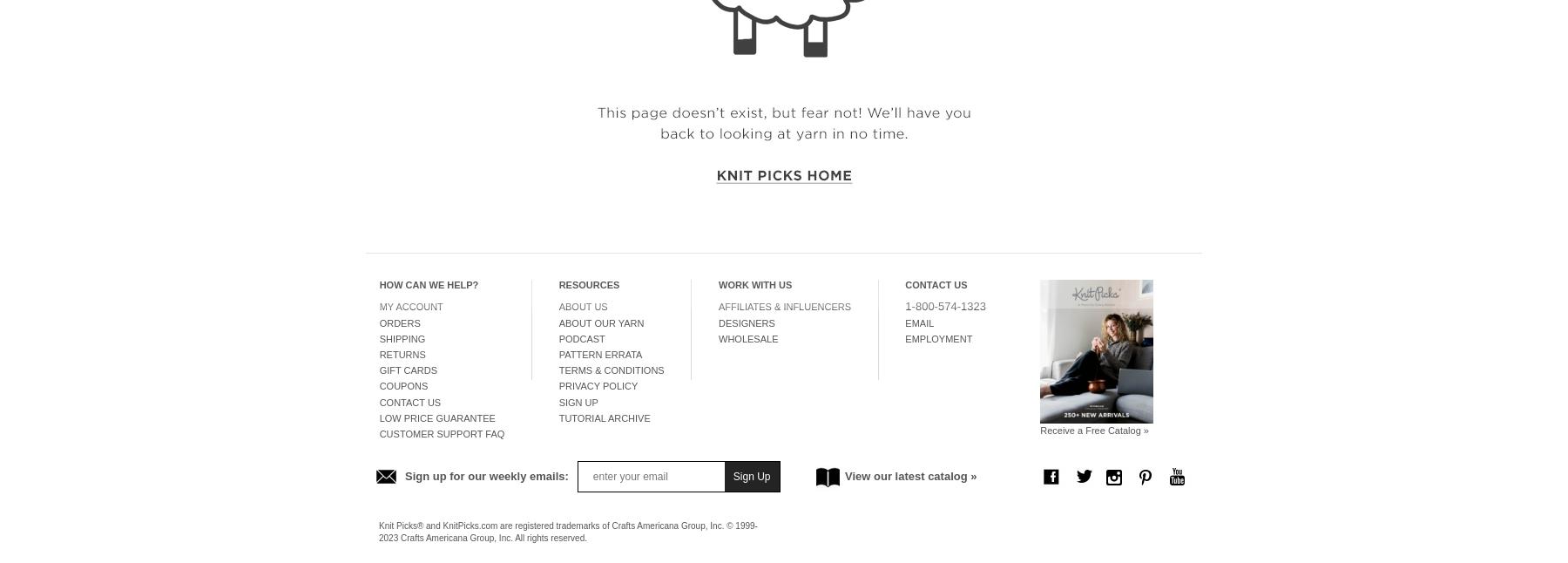 The image size is (1568, 563). Describe the element at coordinates (588, 284) in the screenshot. I see `'Resources'` at that location.